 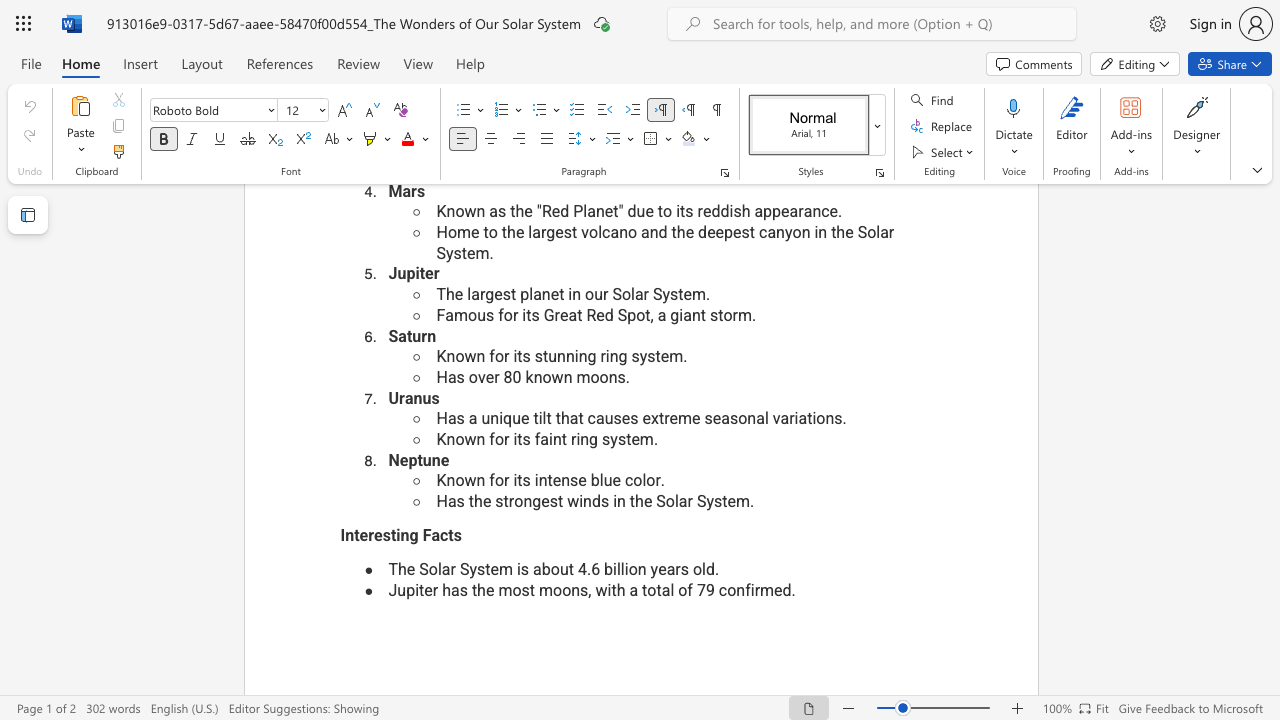 I want to click on the subset text "on years ol" within the text "The Solar System is about 4.6 billion years old.", so click(x=627, y=569).